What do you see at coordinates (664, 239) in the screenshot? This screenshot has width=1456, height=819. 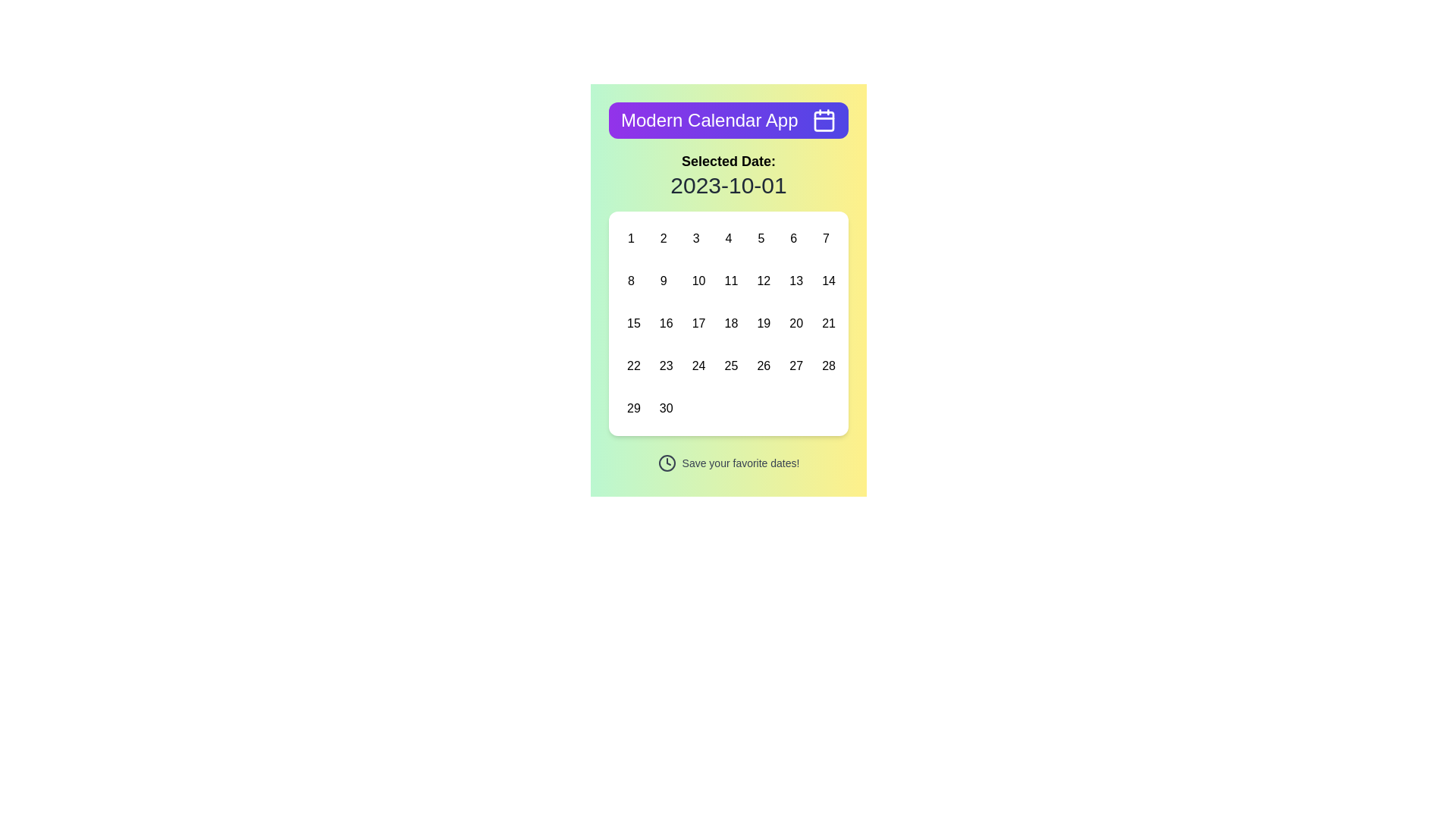 I see `the small, rounded rectangular button with the numeral '2' centered within it` at bounding box center [664, 239].